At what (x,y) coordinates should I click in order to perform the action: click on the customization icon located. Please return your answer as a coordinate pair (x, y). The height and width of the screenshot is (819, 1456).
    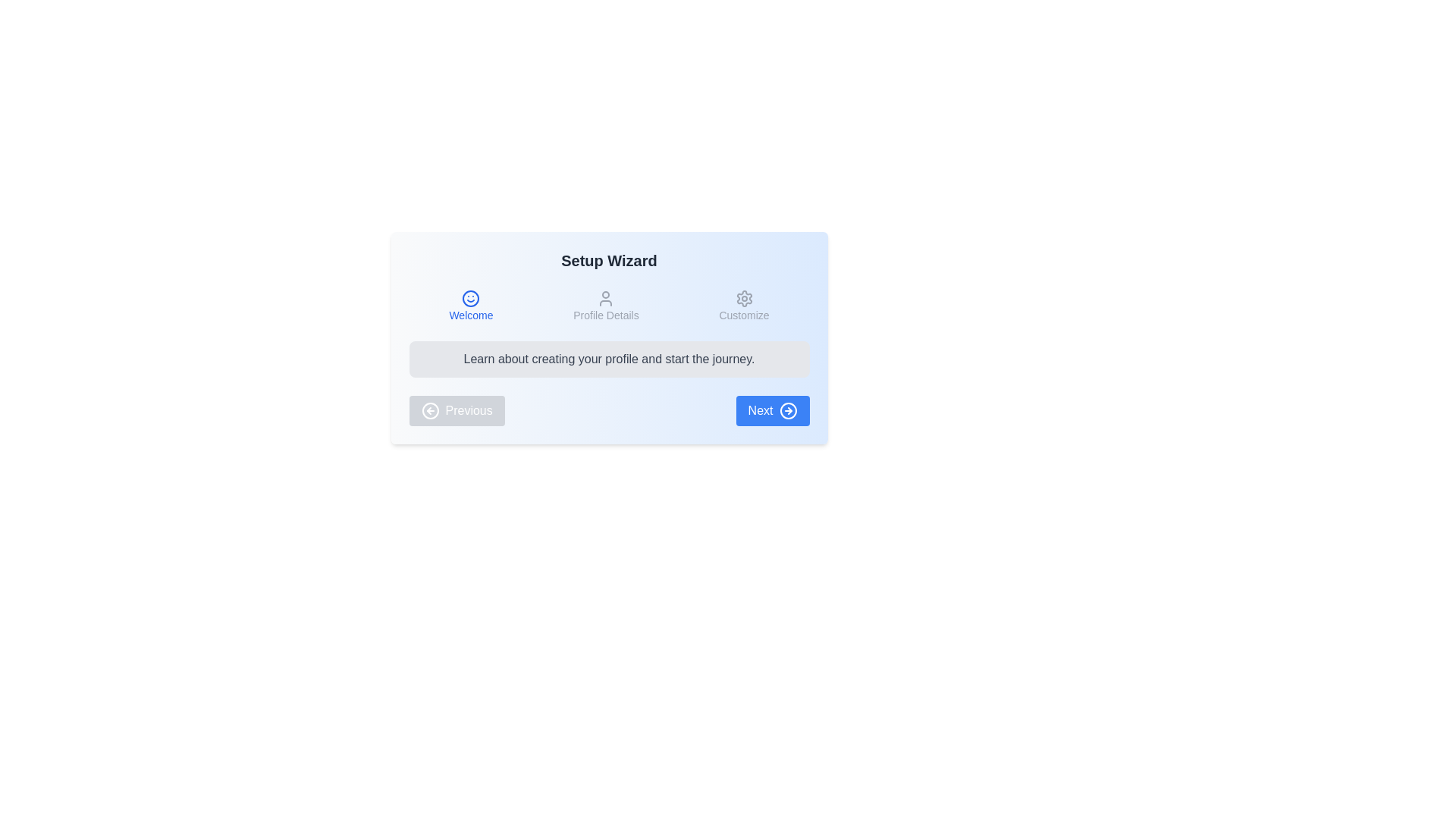
    Looking at the image, I should click on (744, 298).